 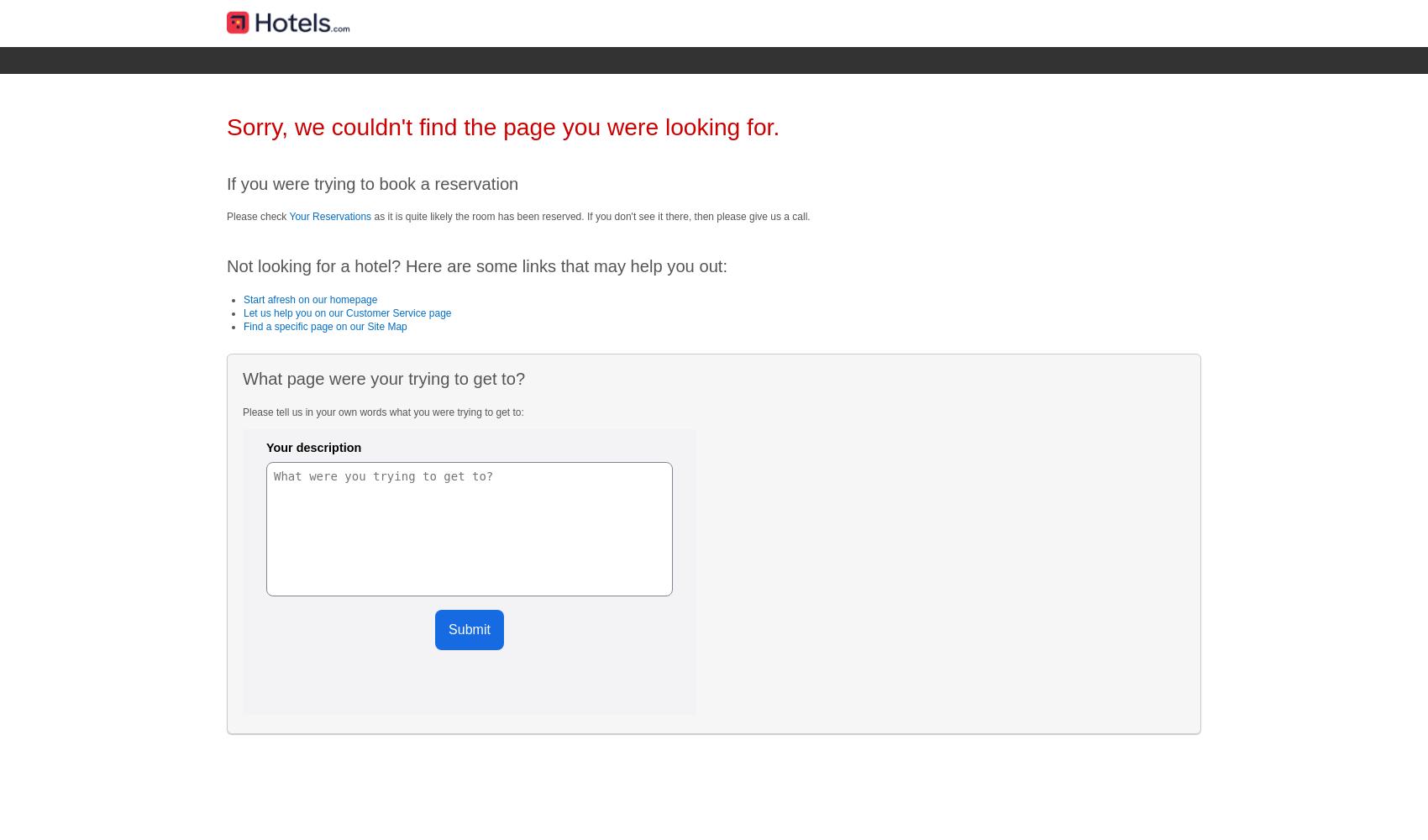 I want to click on 'Not looking for a hotel? Here are some links that may help you out:', so click(x=226, y=265).